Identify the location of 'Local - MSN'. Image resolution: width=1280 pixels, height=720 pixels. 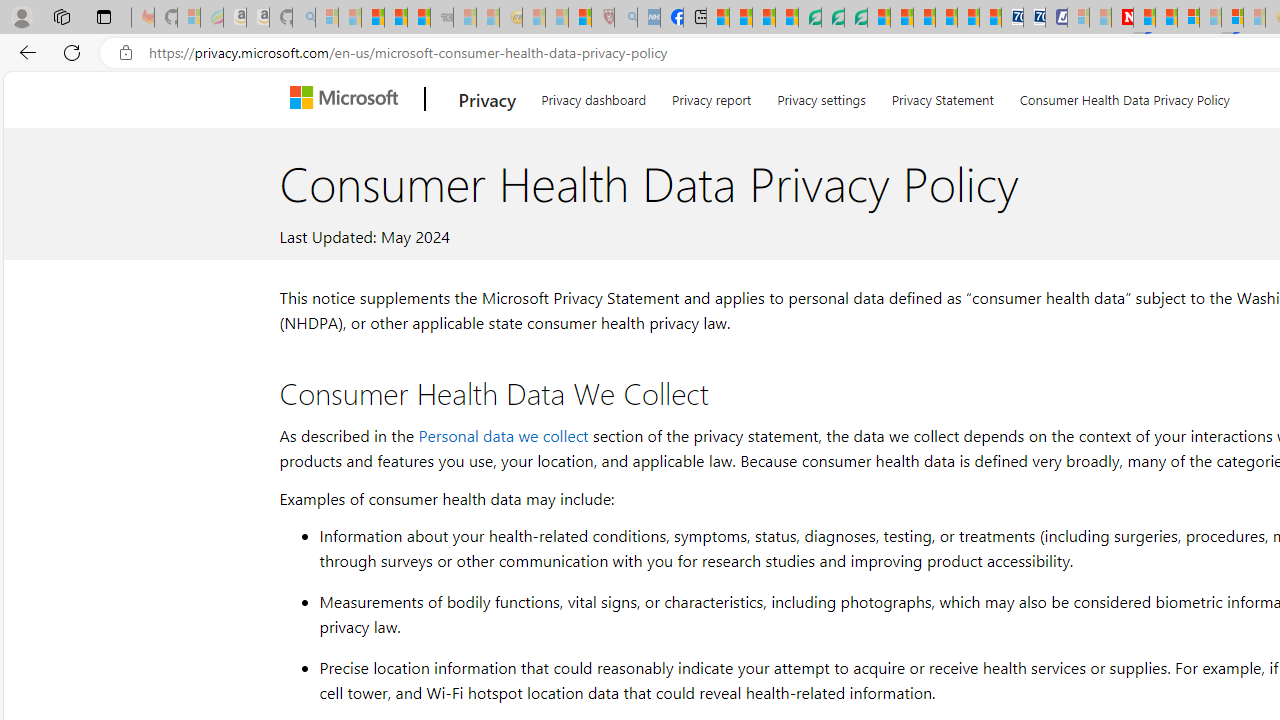
(579, 17).